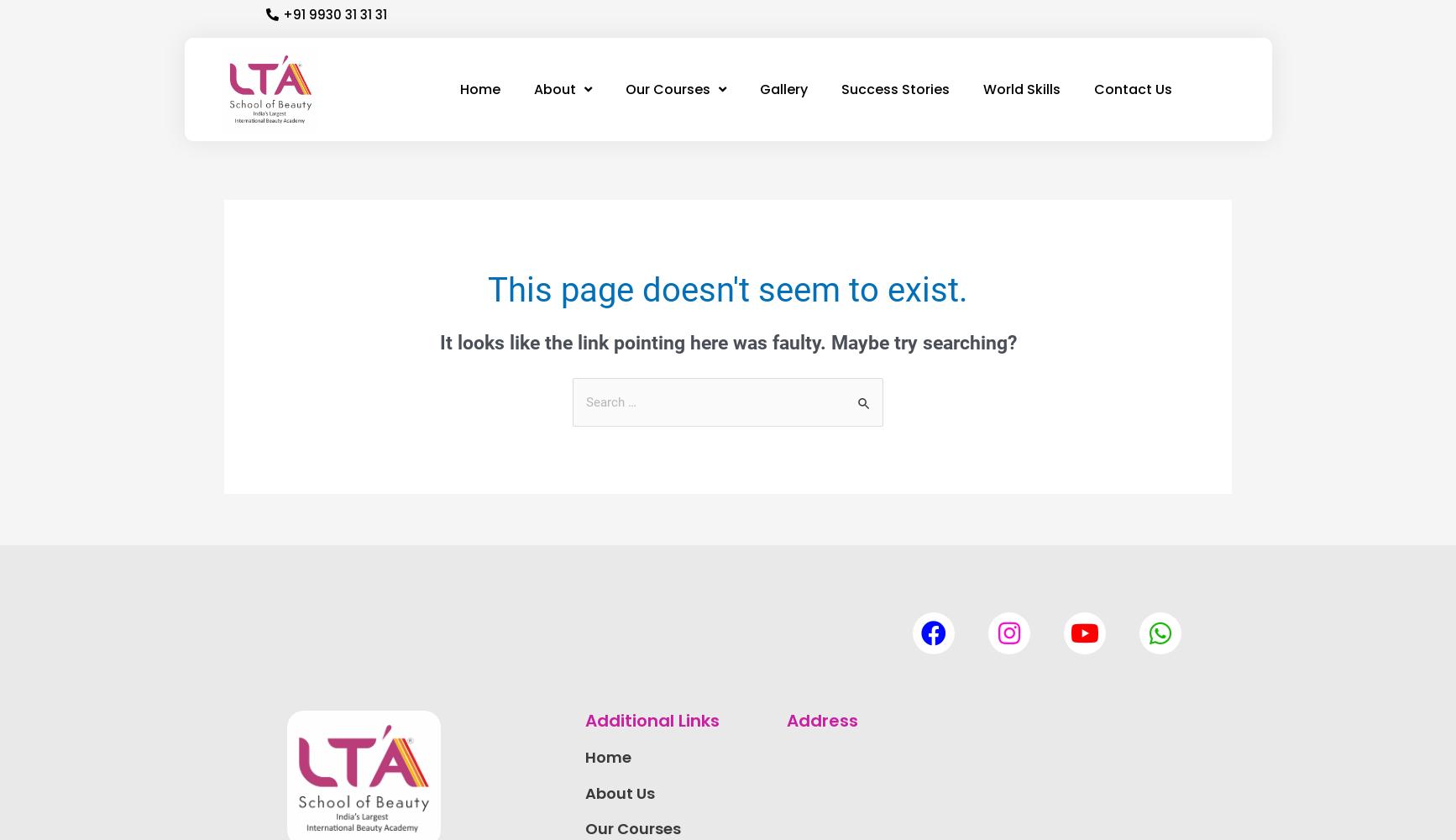 This screenshot has width=1456, height=840. I want to click on 'Additional Links', so click(650, 720).